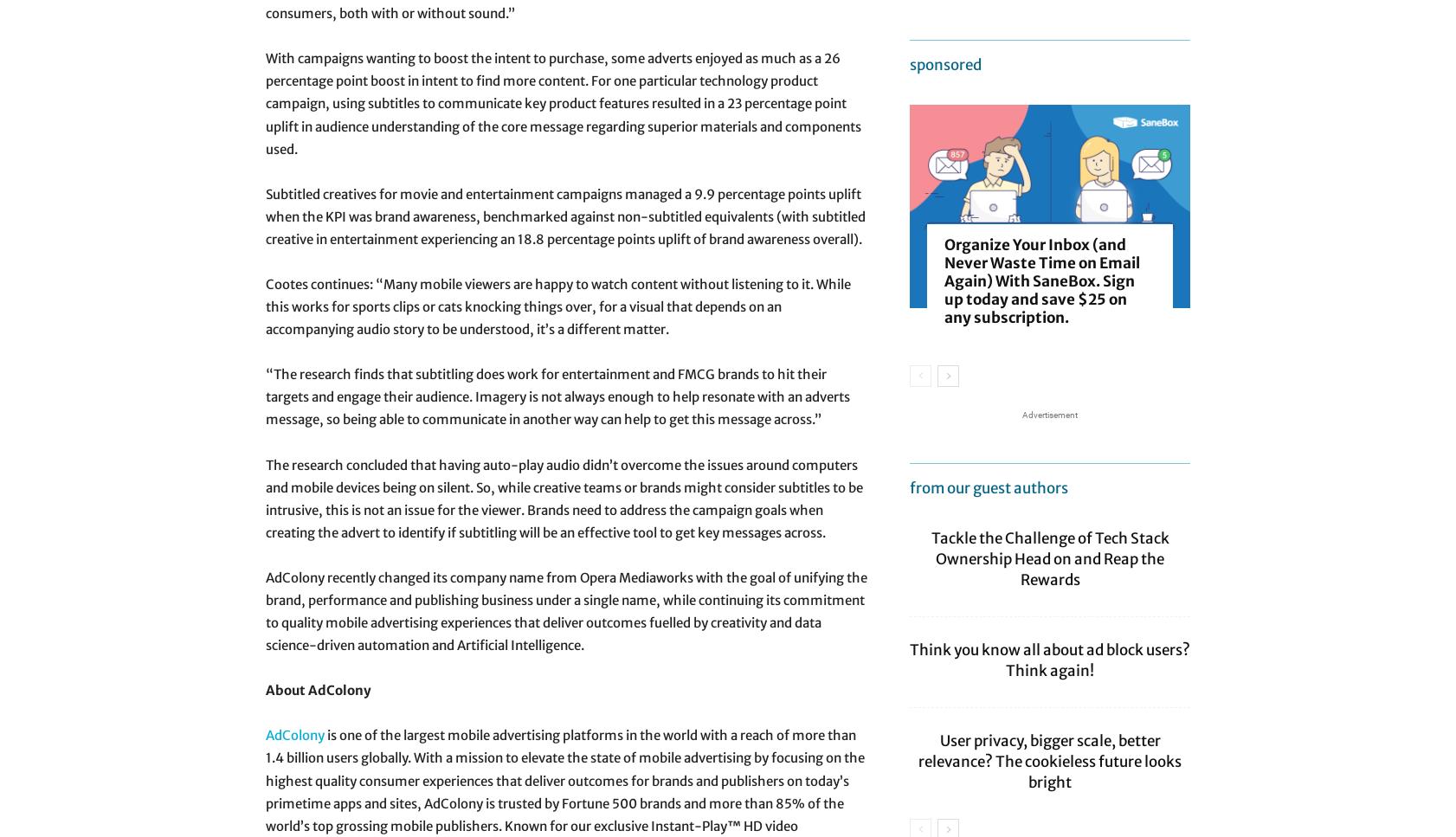 This screenshot has width=1456, height=837. What do you see at coordinates (1048, 557) in the screenshot?
I see `'Tackle the Challenge of Tech Stack Ownership Head on and Reap the Rewards'` at bounding box center [1048, 557].